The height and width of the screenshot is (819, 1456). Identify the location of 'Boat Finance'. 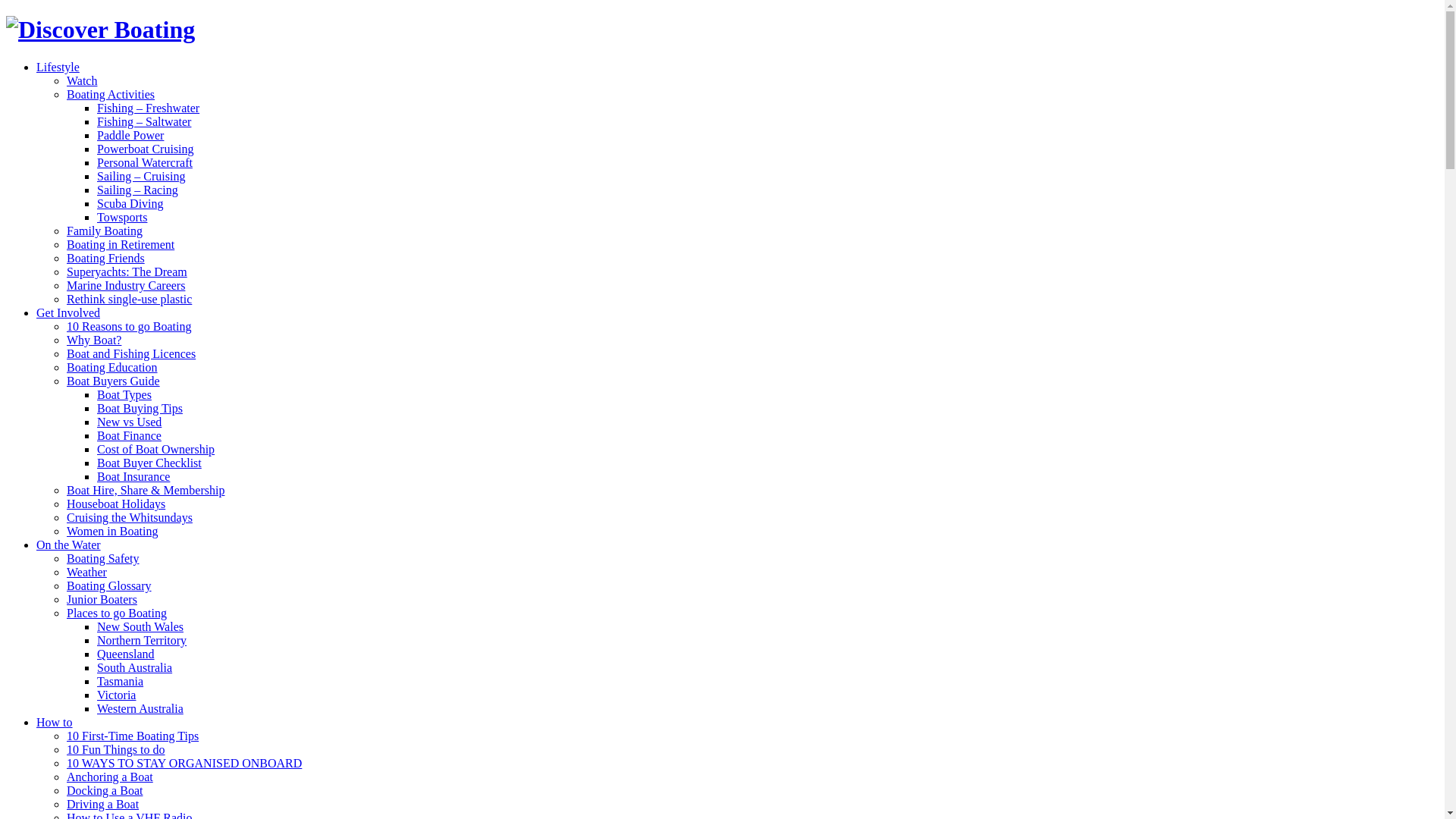
(129, 435).